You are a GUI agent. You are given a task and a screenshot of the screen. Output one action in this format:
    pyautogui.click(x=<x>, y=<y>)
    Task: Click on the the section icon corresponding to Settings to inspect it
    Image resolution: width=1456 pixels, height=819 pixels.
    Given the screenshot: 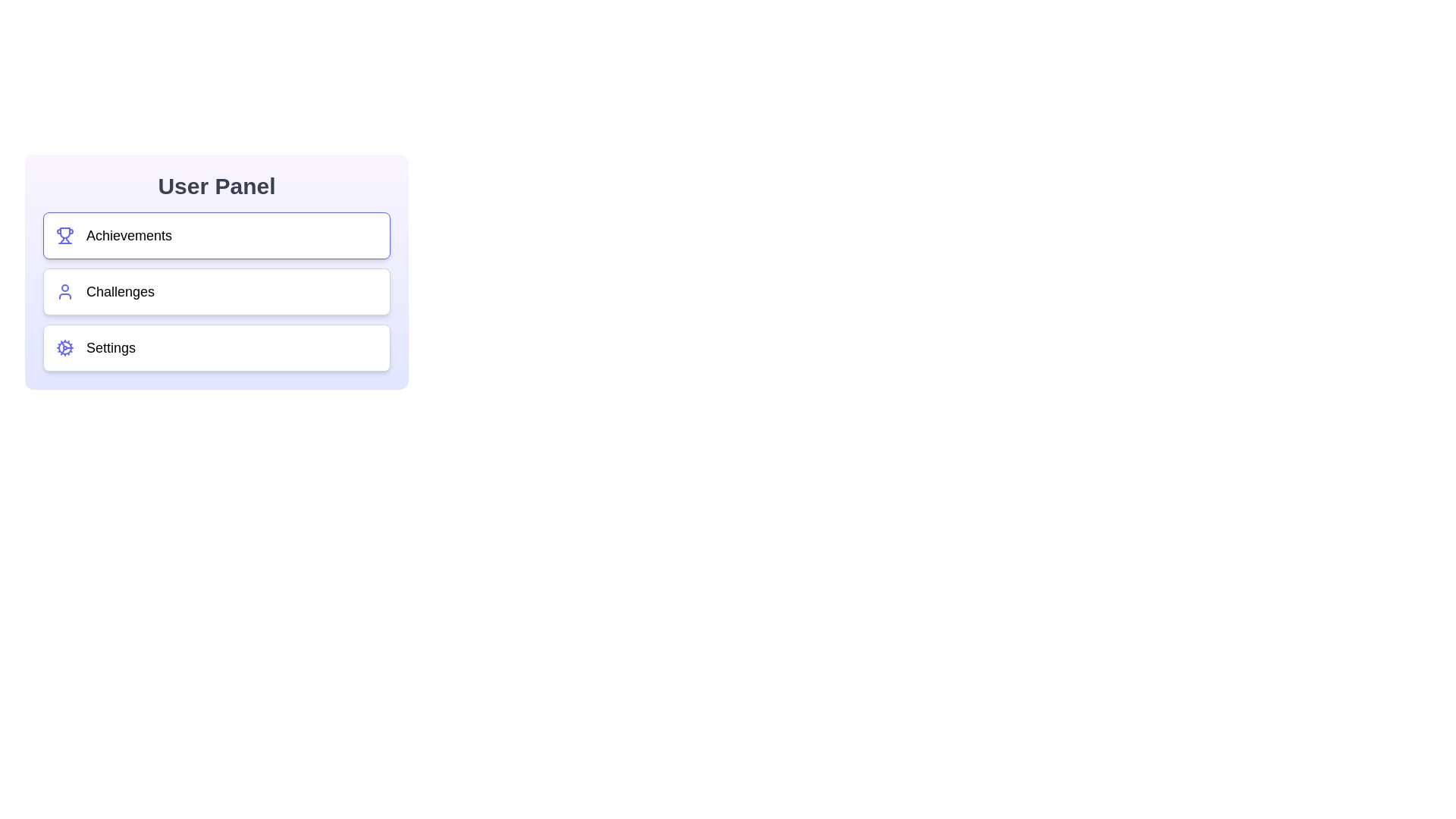 What is the action you would take?
    pyautogui.click(x=64, y=348)
    